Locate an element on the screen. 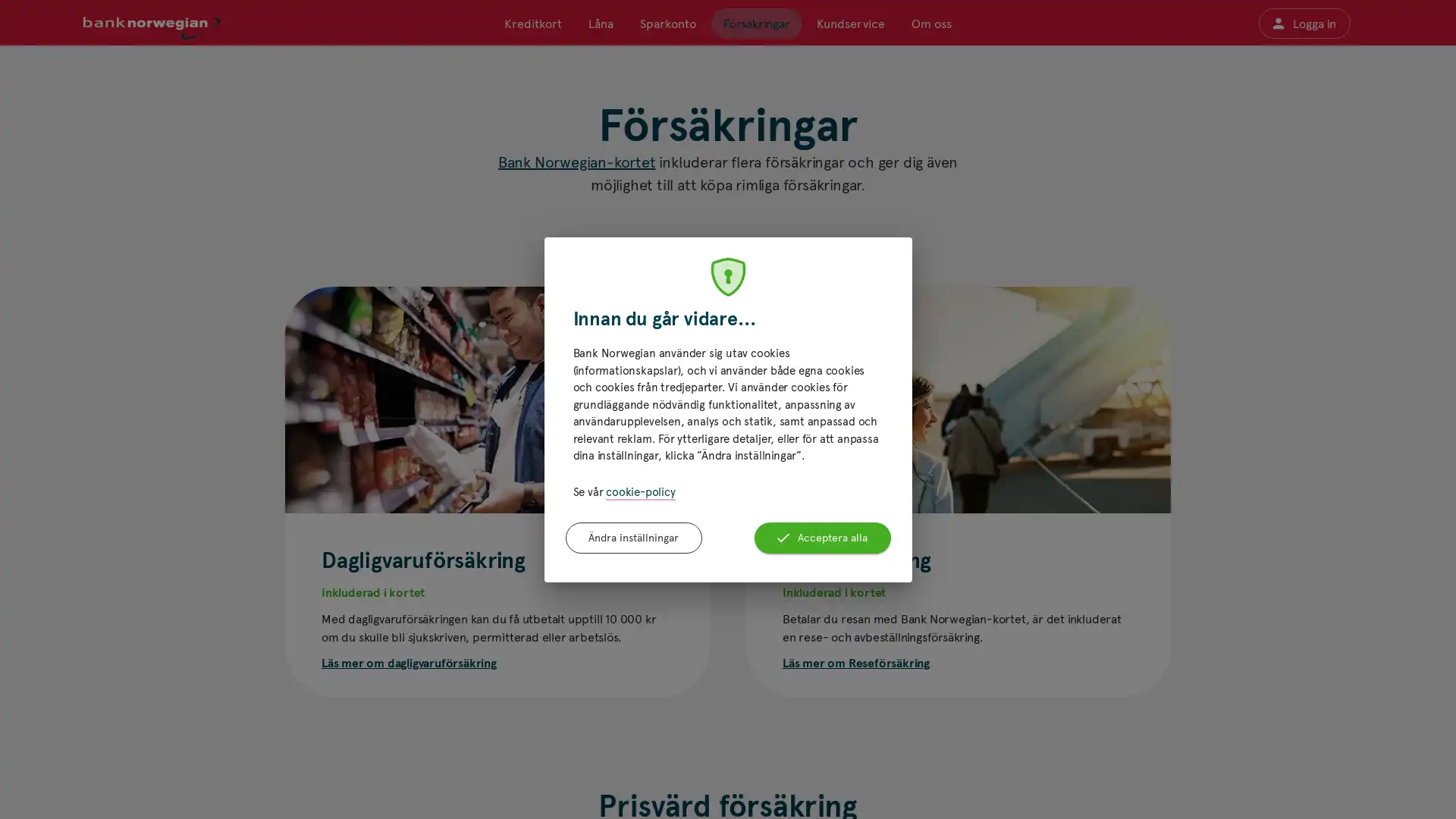  Logga in is located at coordinates (1303, 23).